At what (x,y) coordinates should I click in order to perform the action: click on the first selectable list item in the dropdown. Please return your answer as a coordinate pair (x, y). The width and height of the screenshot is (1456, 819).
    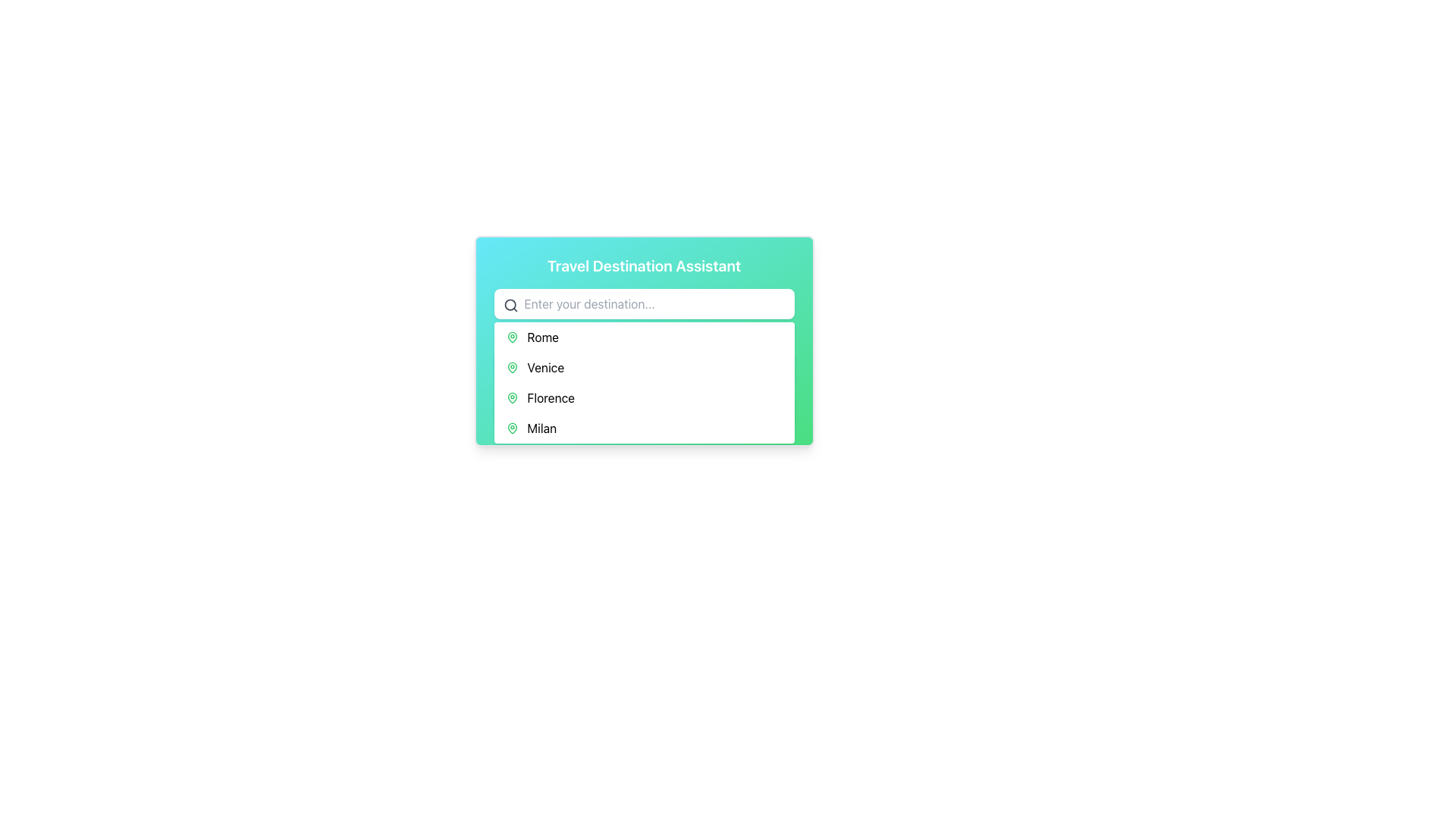
    Looking at the image, I should click on (644, 336).